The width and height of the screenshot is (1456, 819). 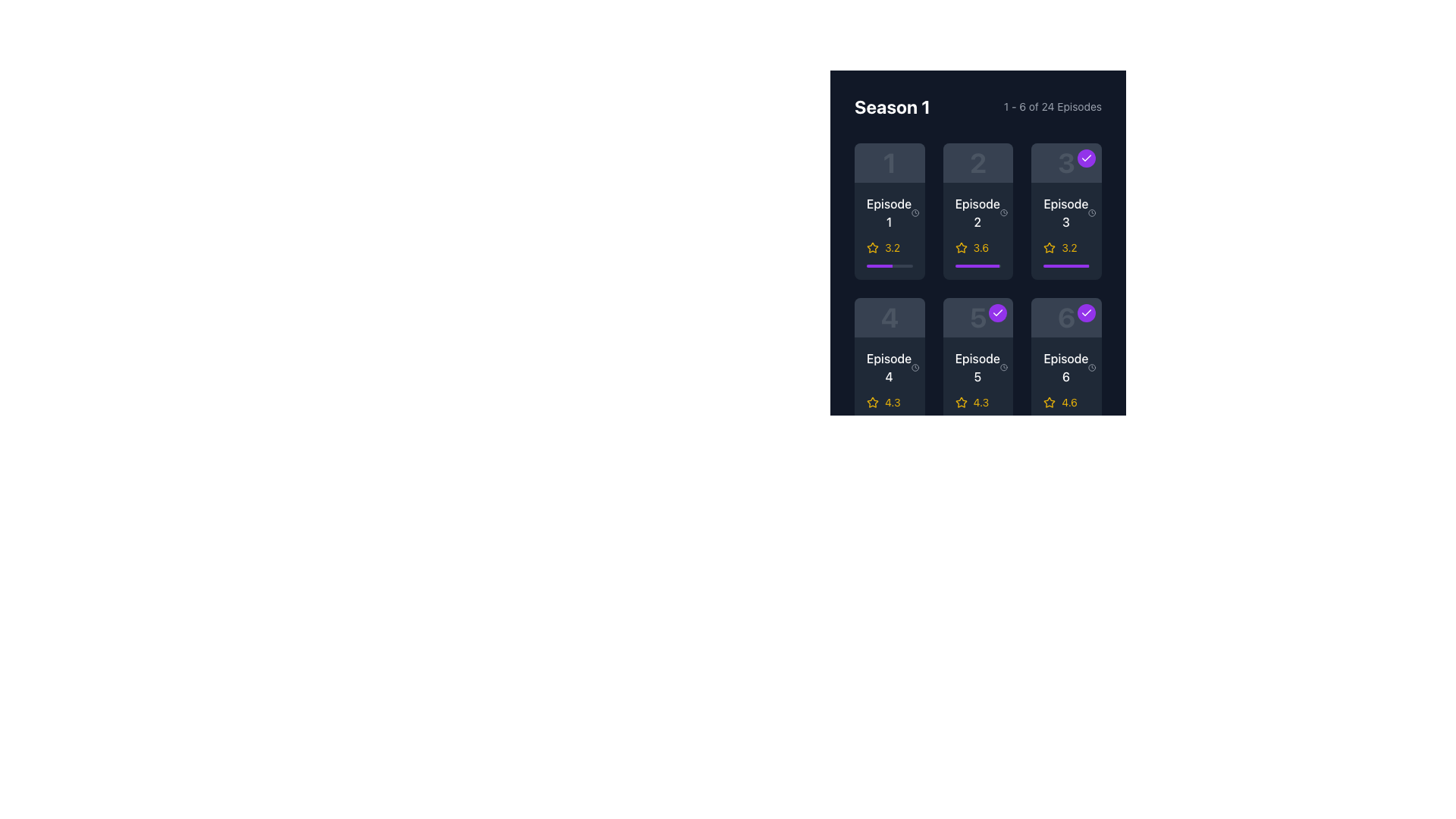 I want to click on text displayed in the bold white font of the 'Episode 3' label located in the upper text part of the episode card in the top-right corner of the 2x3 grid layout, so click(x=1065, y=213).